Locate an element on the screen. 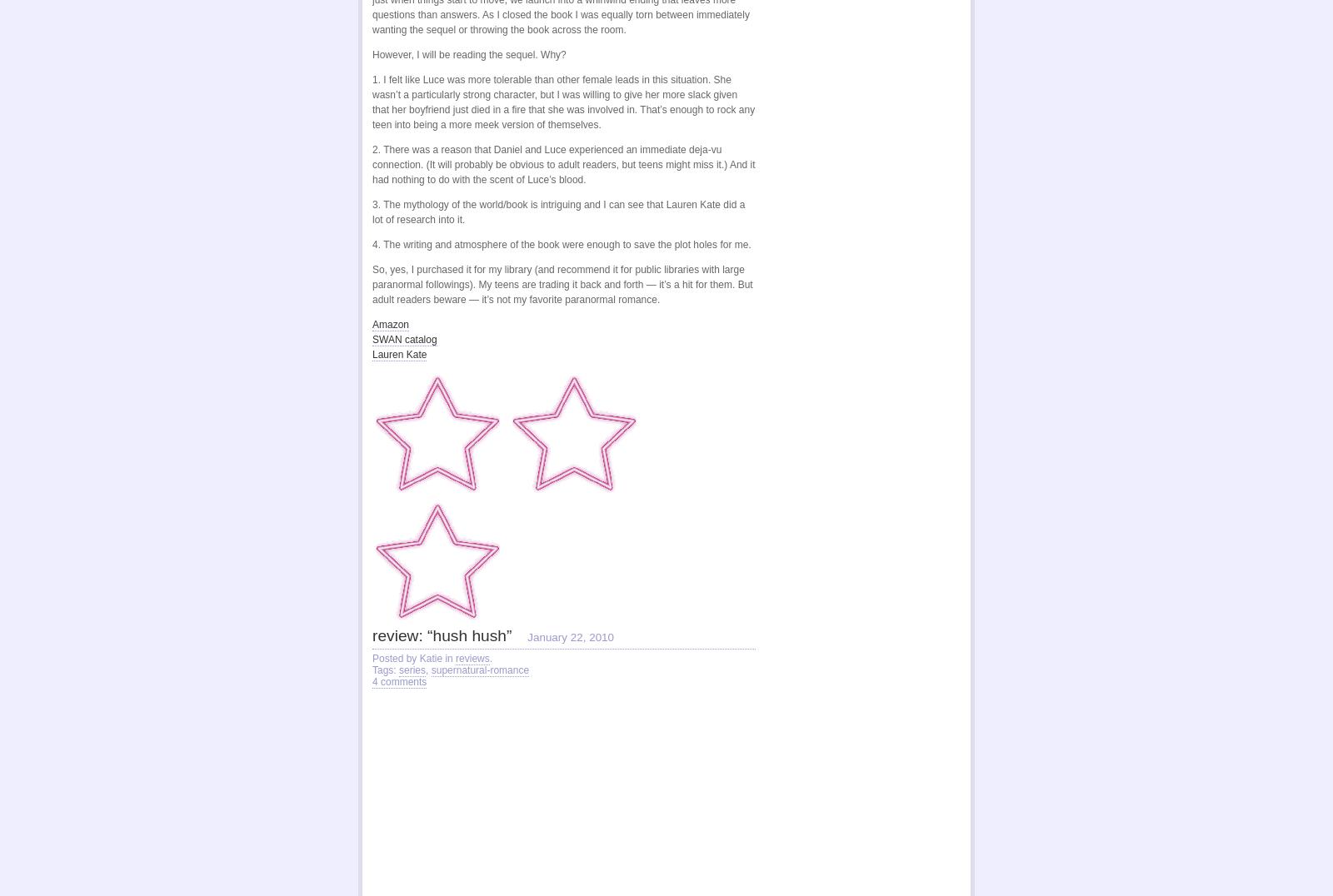 This screenshot has width=1333, height=896. '.' is located at coordinates (489, 655).